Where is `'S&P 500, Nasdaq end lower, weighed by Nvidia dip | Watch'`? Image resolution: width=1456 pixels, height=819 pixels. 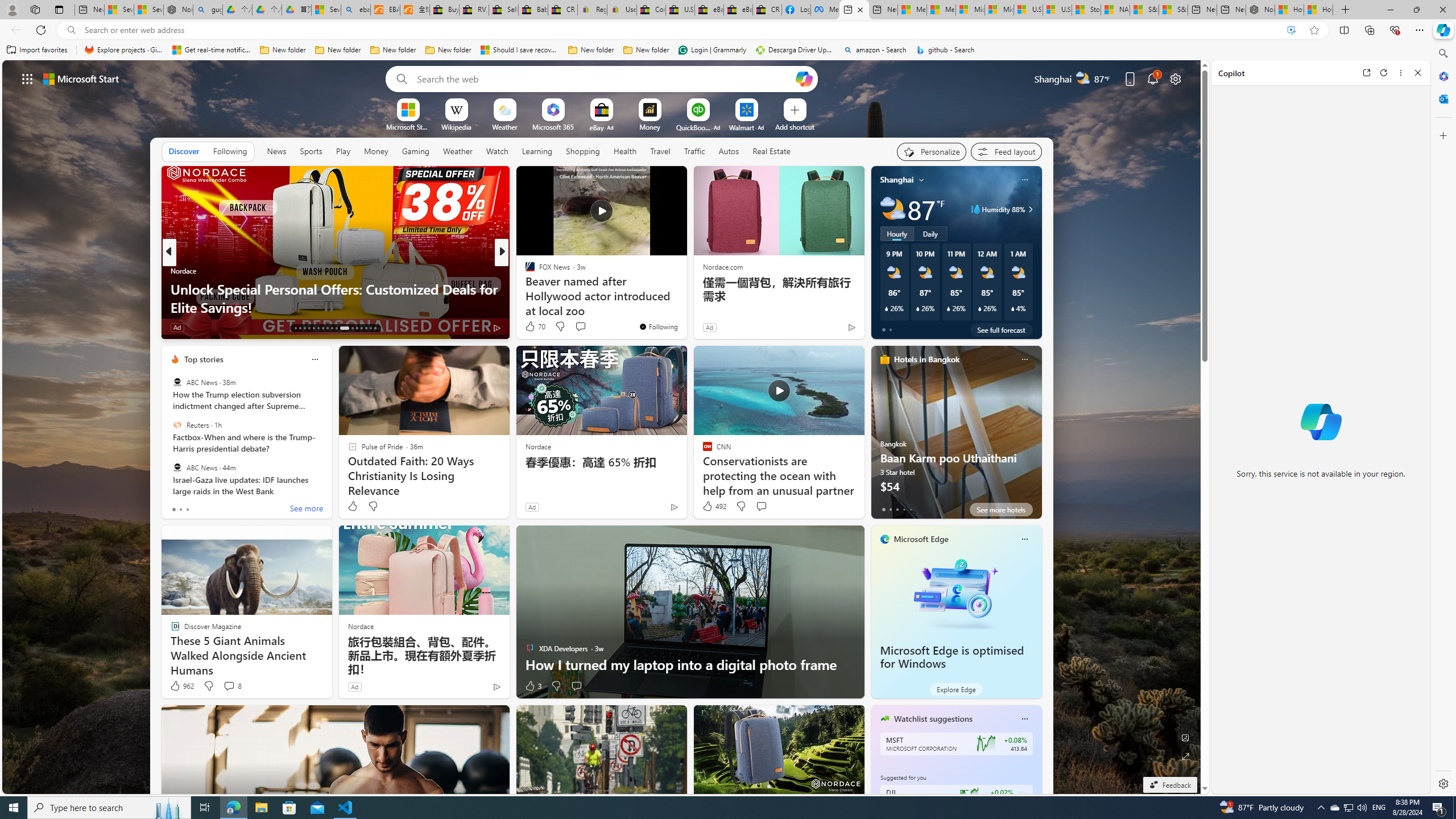
'S&P 500, Nasdaq end lower, weighed by Nvidia dip | Watch' is located at coordinates (1173, 9).